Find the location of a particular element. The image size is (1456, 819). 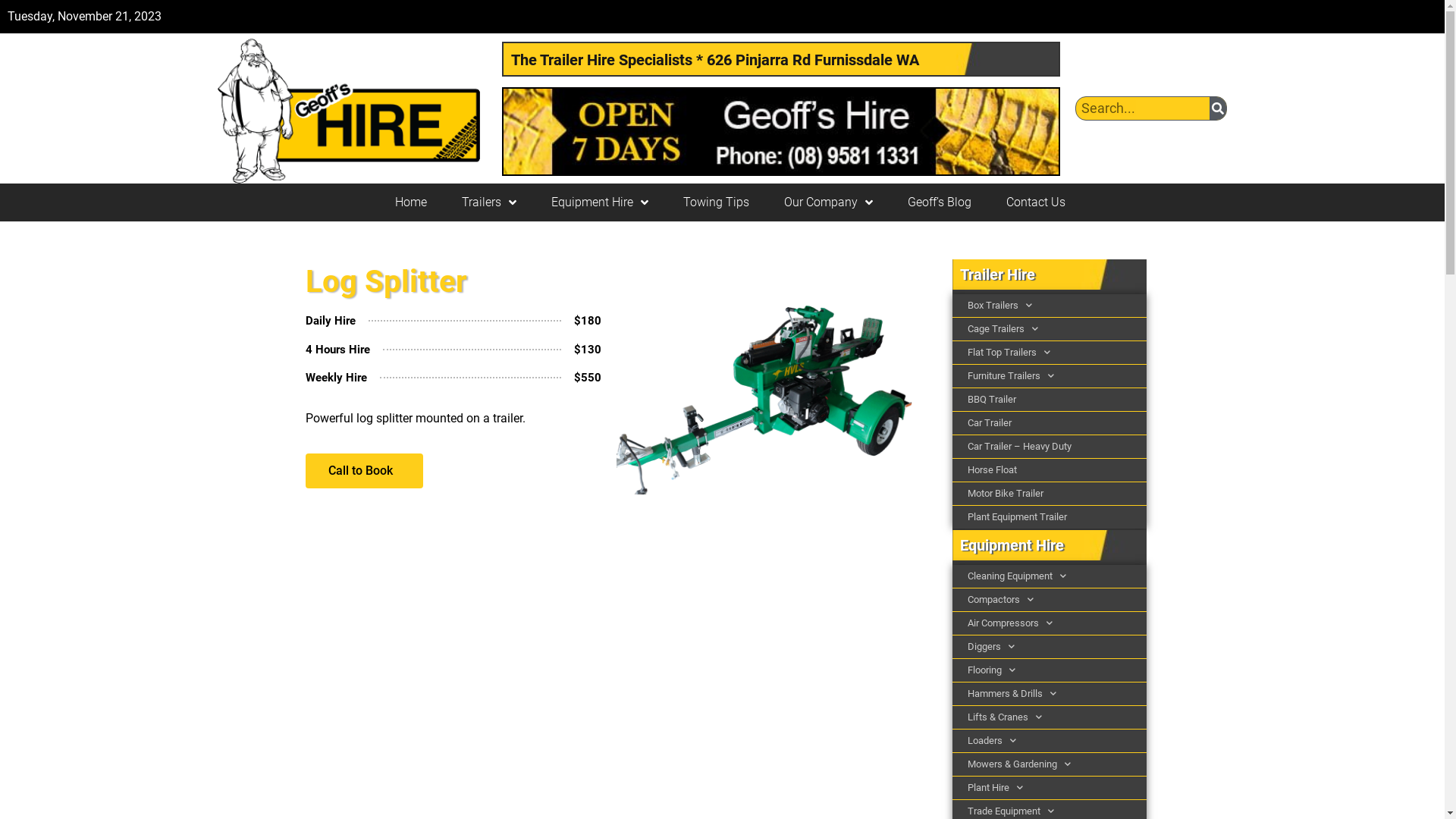

'Trailers' is located at coordinates (488, 201).